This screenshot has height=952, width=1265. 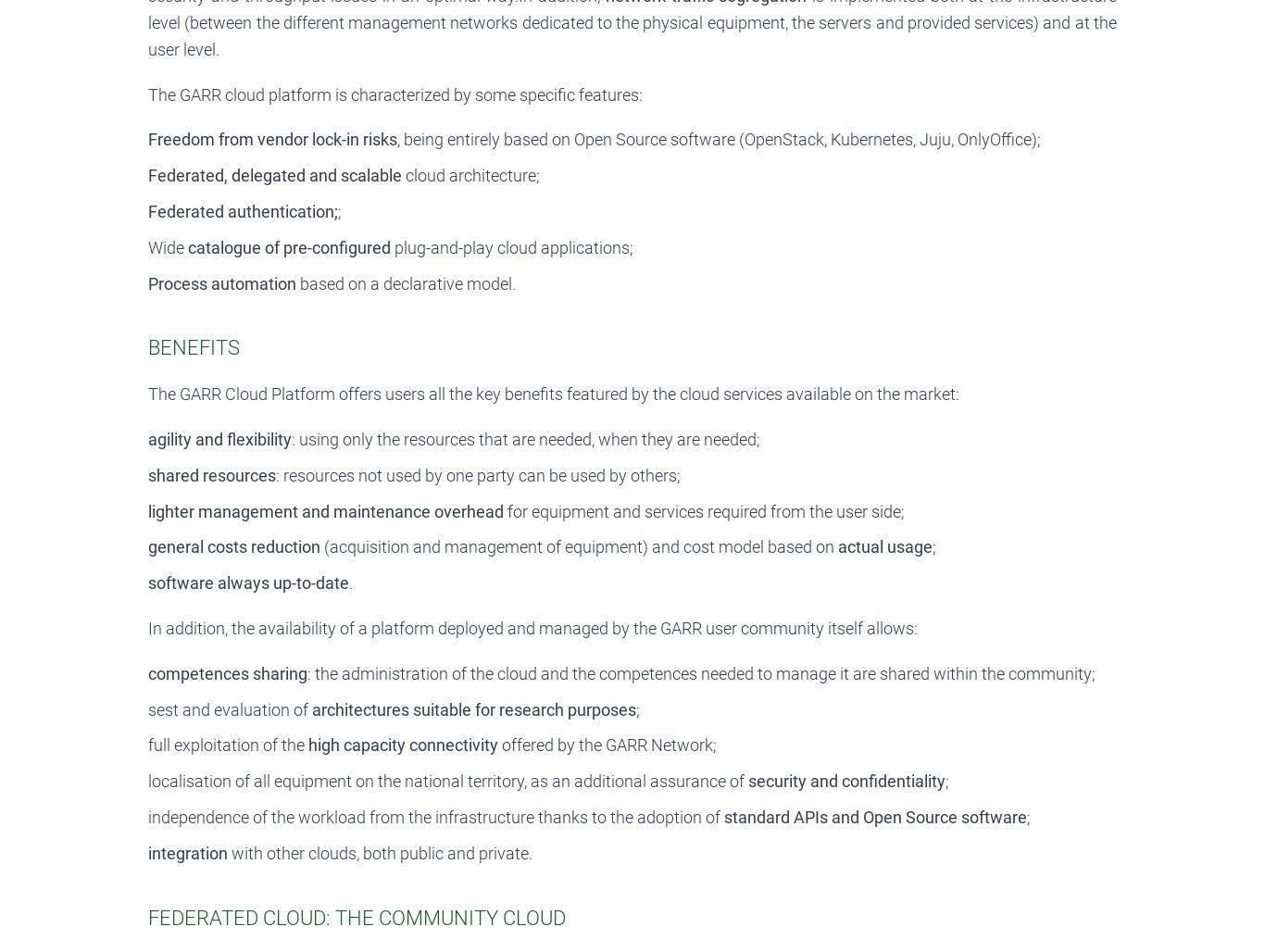 What do you see at coordinates (272, 139) in the screenshot?
I see `'Freedom from vendor lock-in risks'` at bounding box center [272, 139].